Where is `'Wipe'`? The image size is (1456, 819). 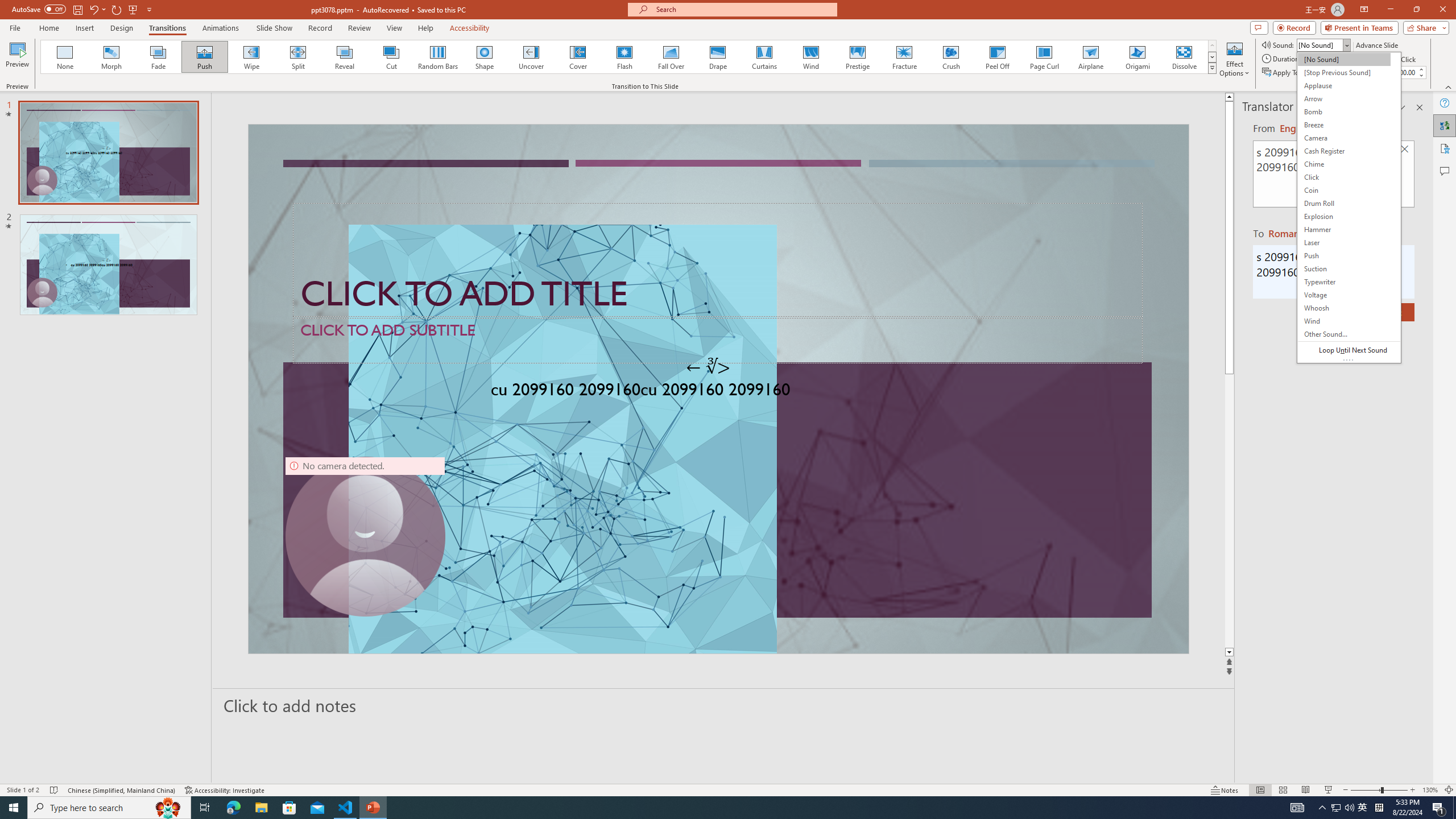 'Wipe' is located at coordinates (251, 56).